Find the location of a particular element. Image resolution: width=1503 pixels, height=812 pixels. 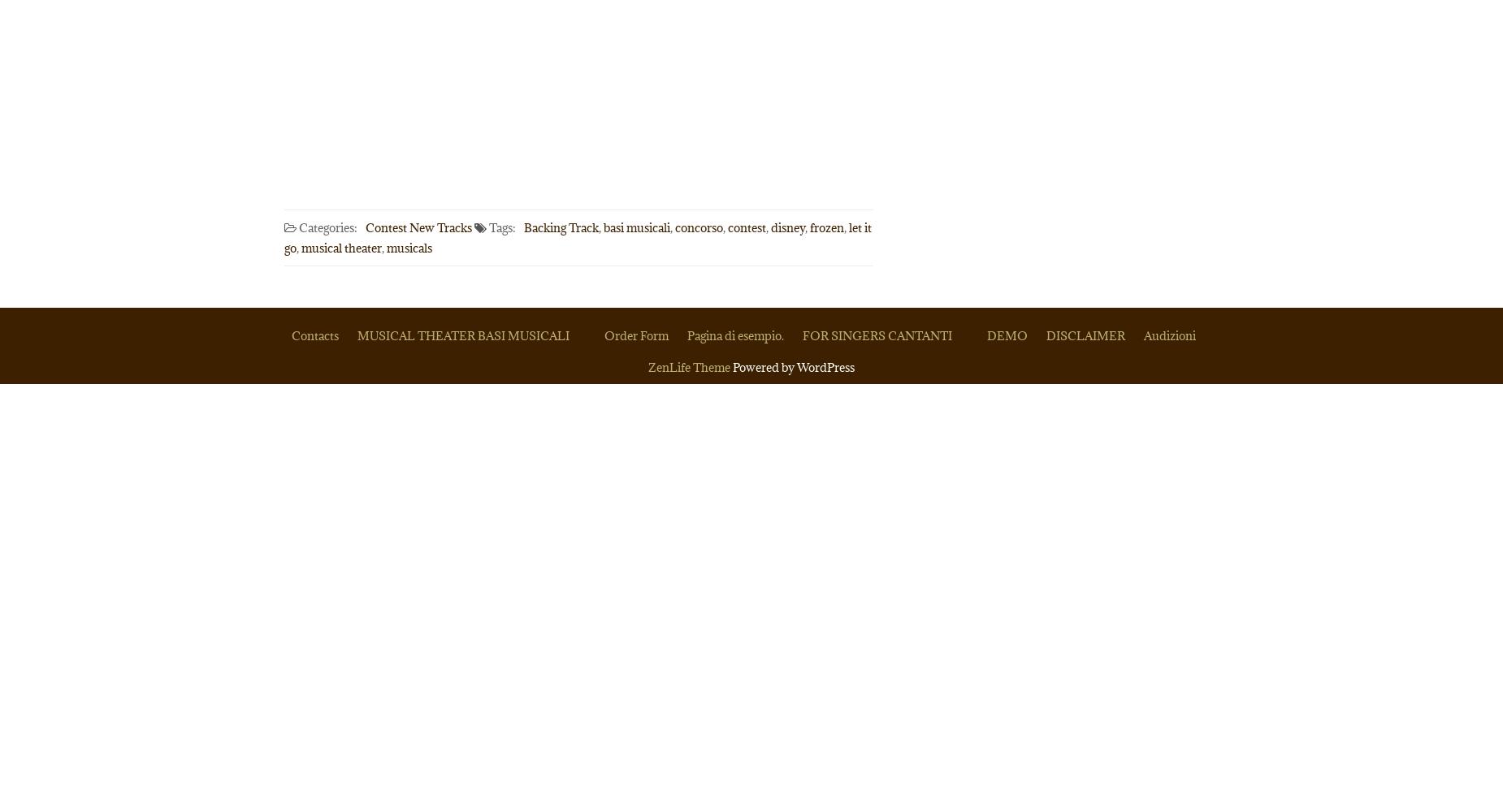

'Audizioni' is located at coordinates (1168, 335).